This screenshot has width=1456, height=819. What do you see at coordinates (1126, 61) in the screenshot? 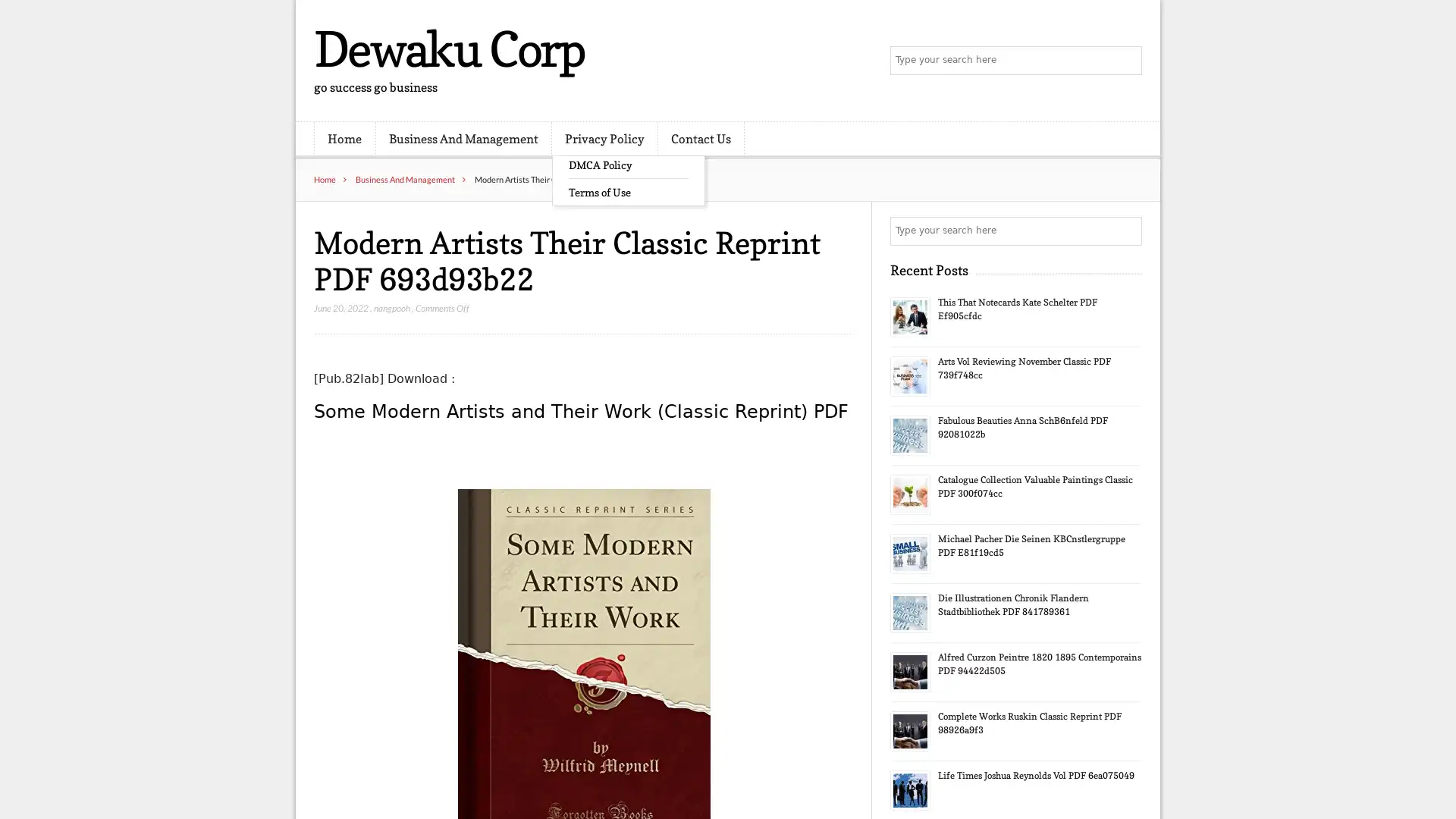
I see `Search` at bounding box center [1126, 61].